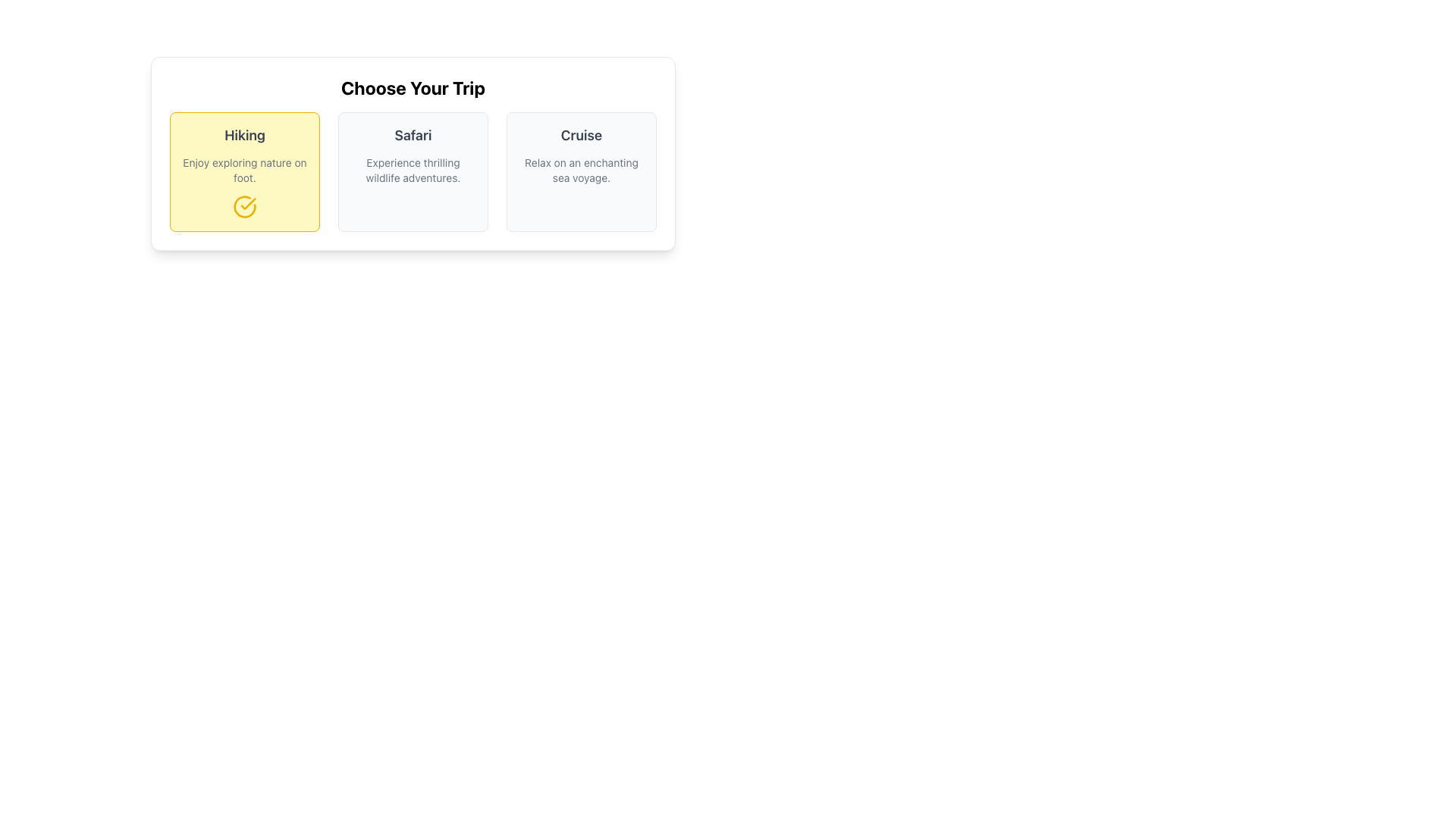 This screenshot has height=819, width=1456. What do you see at coordinates (244, 207) in the screenshot?
I see `the confirmation icon located at the bottom-right of the 'Hiking' card, beneath the text block` at bounding box center [244, 207].